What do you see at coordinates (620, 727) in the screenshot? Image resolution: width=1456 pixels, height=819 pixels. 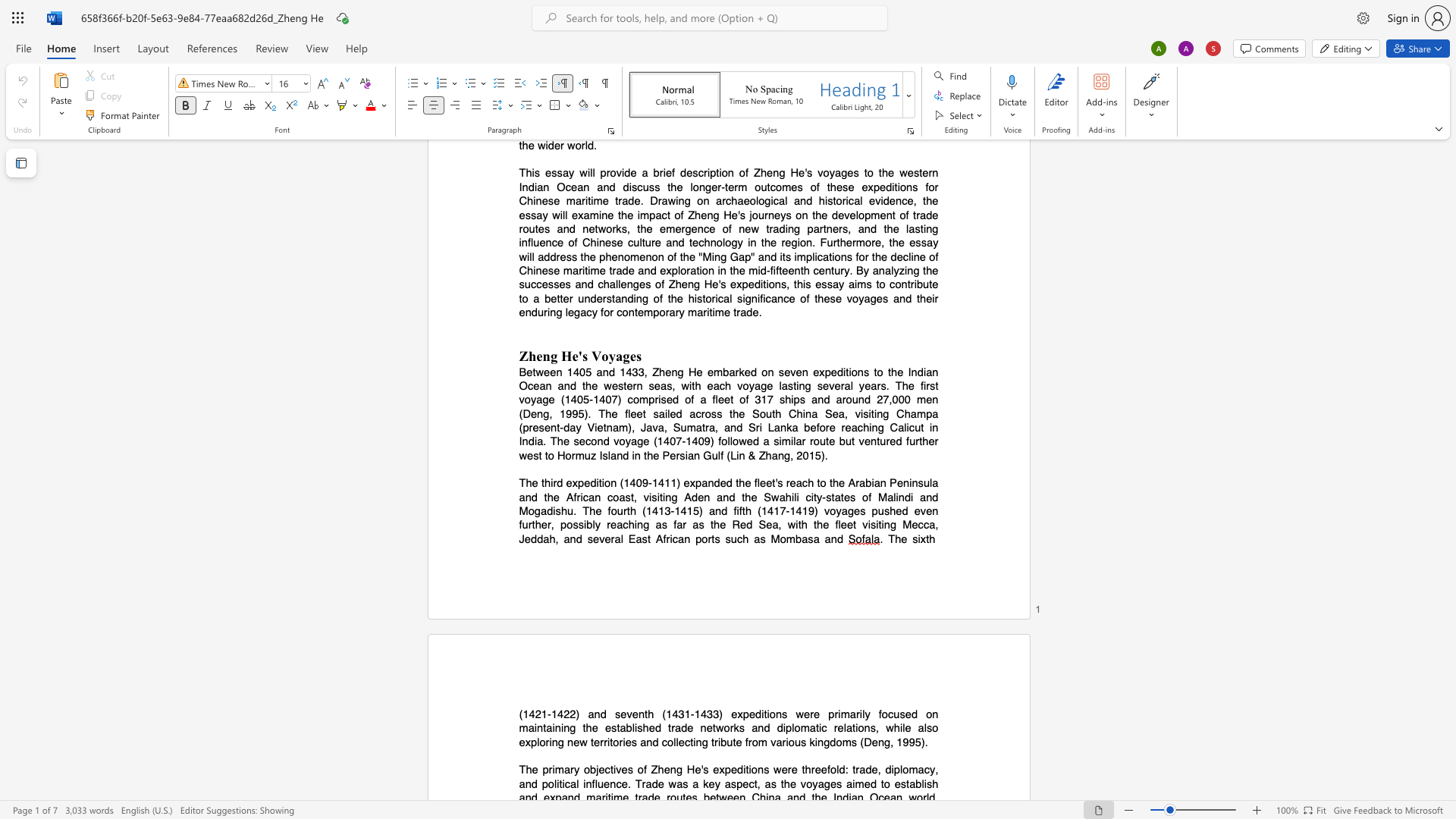 I see `the subset text "ablished trade networks and diplomatic relations, while a" within the text "the established trade networks and diplomatic relations, while also exploring new territories and collecting tribute from various kingdoms (Deng, 1995)."` at bounding box center [620, 727].